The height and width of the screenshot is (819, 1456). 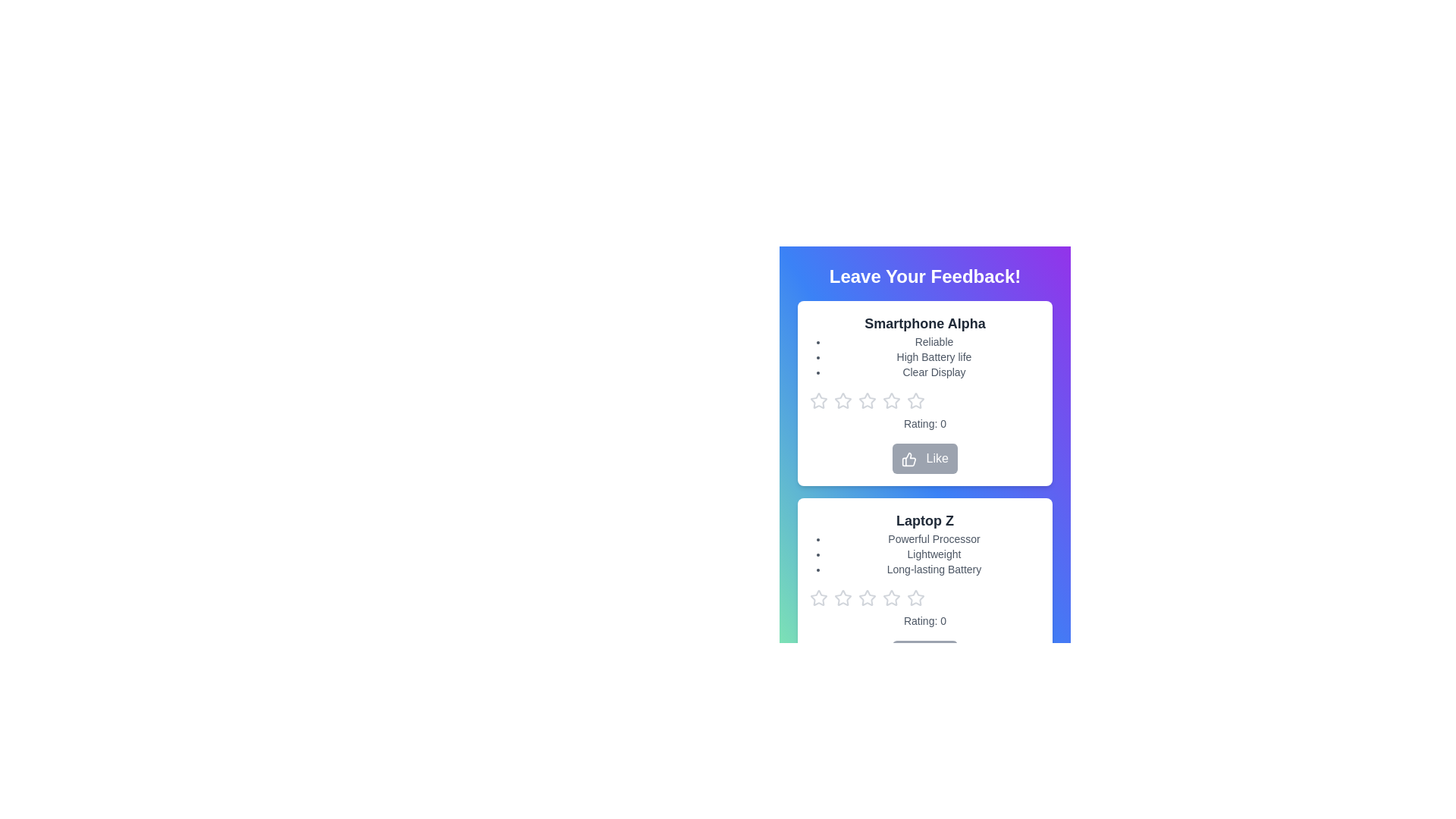 I want to click on the first rating star icon, so click(x=817, y=400).